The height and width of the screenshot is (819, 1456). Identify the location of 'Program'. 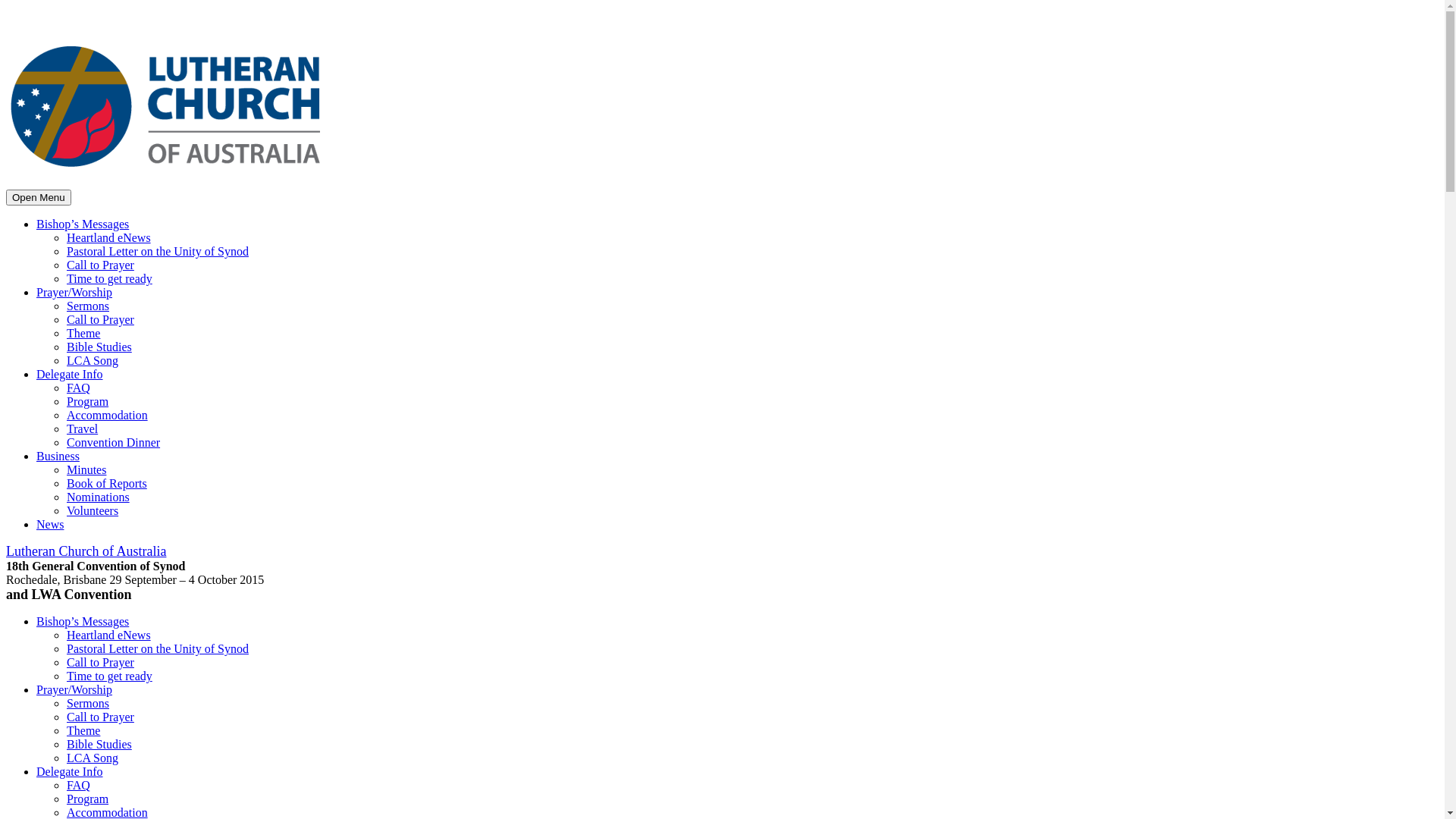
(86, 798).